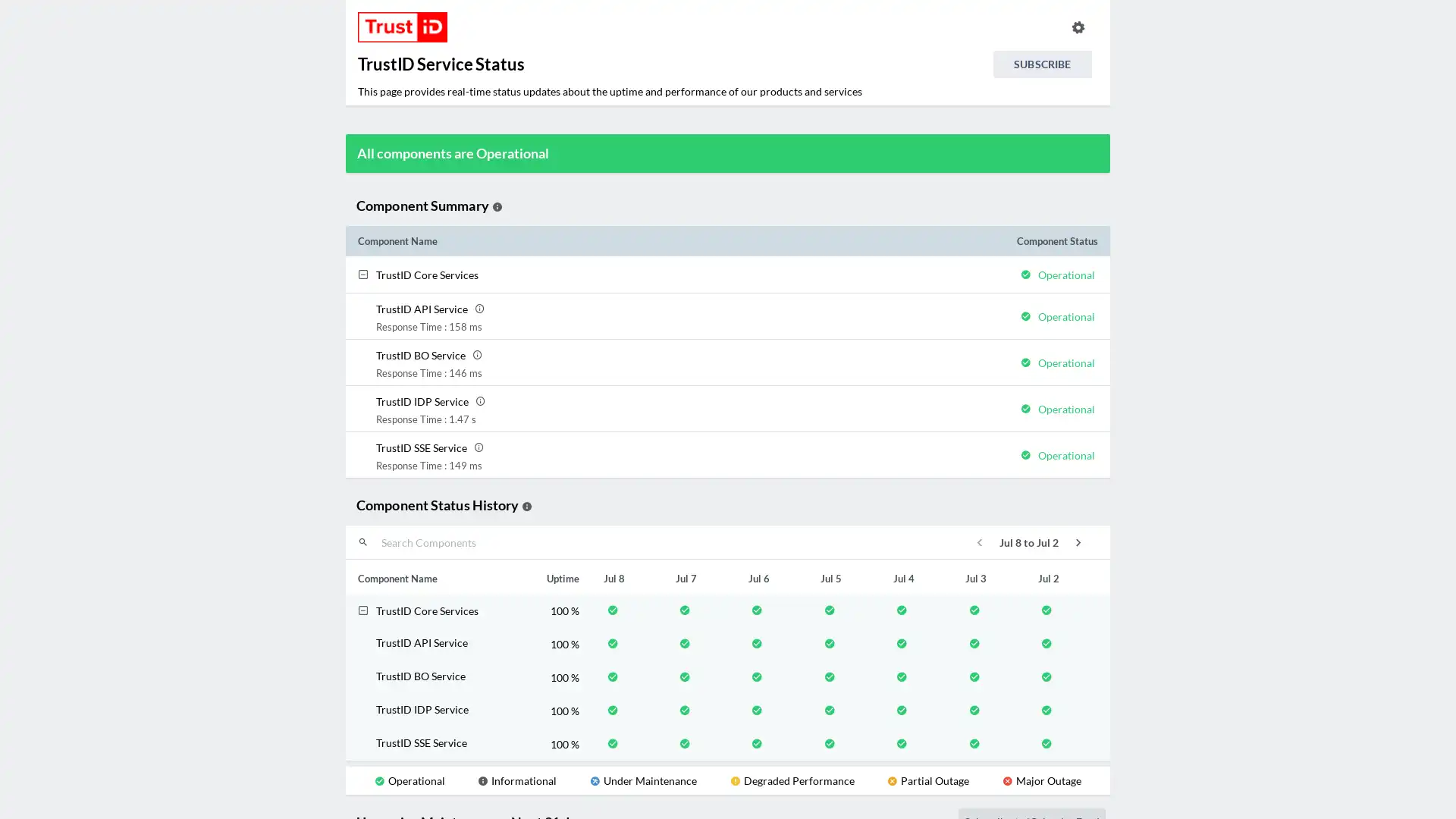 The width and height of the screenshot is (1456, 819). Describe the element at coordinates (445, 610) in the screenshot. I see `TrustID Core Services` at that location.